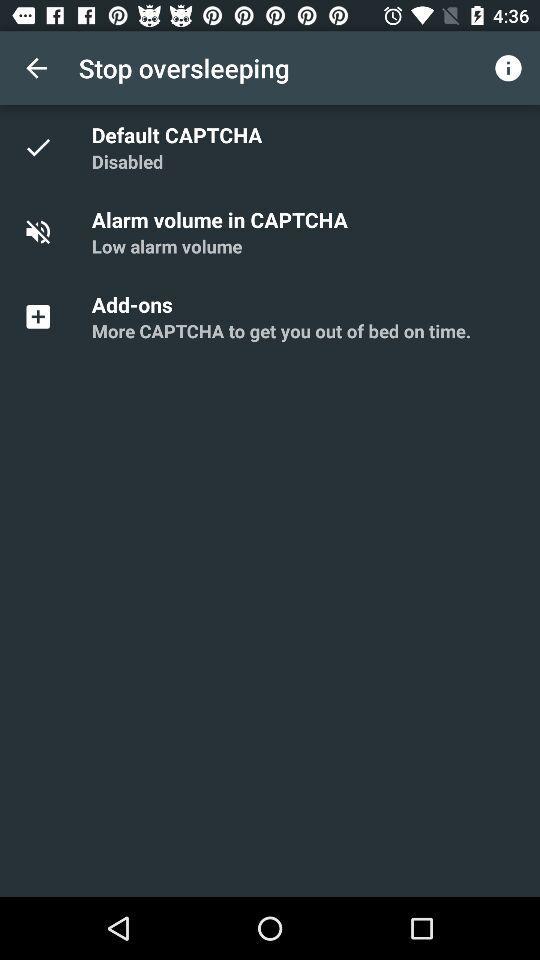 This screenshot has height=960, width=540. Describe the element at coordinates (127, 160) in the screenshot. I see `the disabled item` at that location.